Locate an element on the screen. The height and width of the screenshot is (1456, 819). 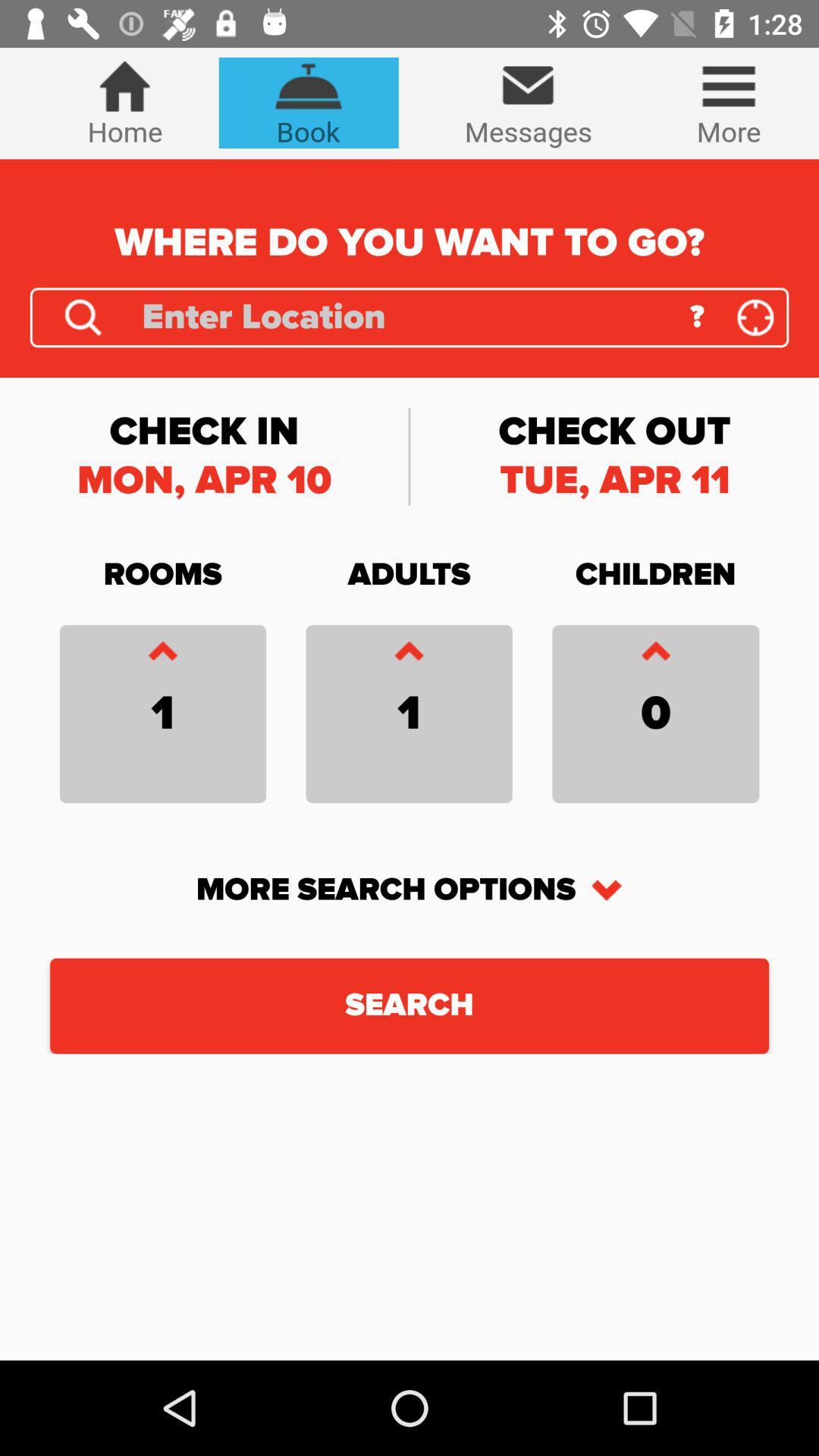
?  icon is located at coordinates (697, 316).